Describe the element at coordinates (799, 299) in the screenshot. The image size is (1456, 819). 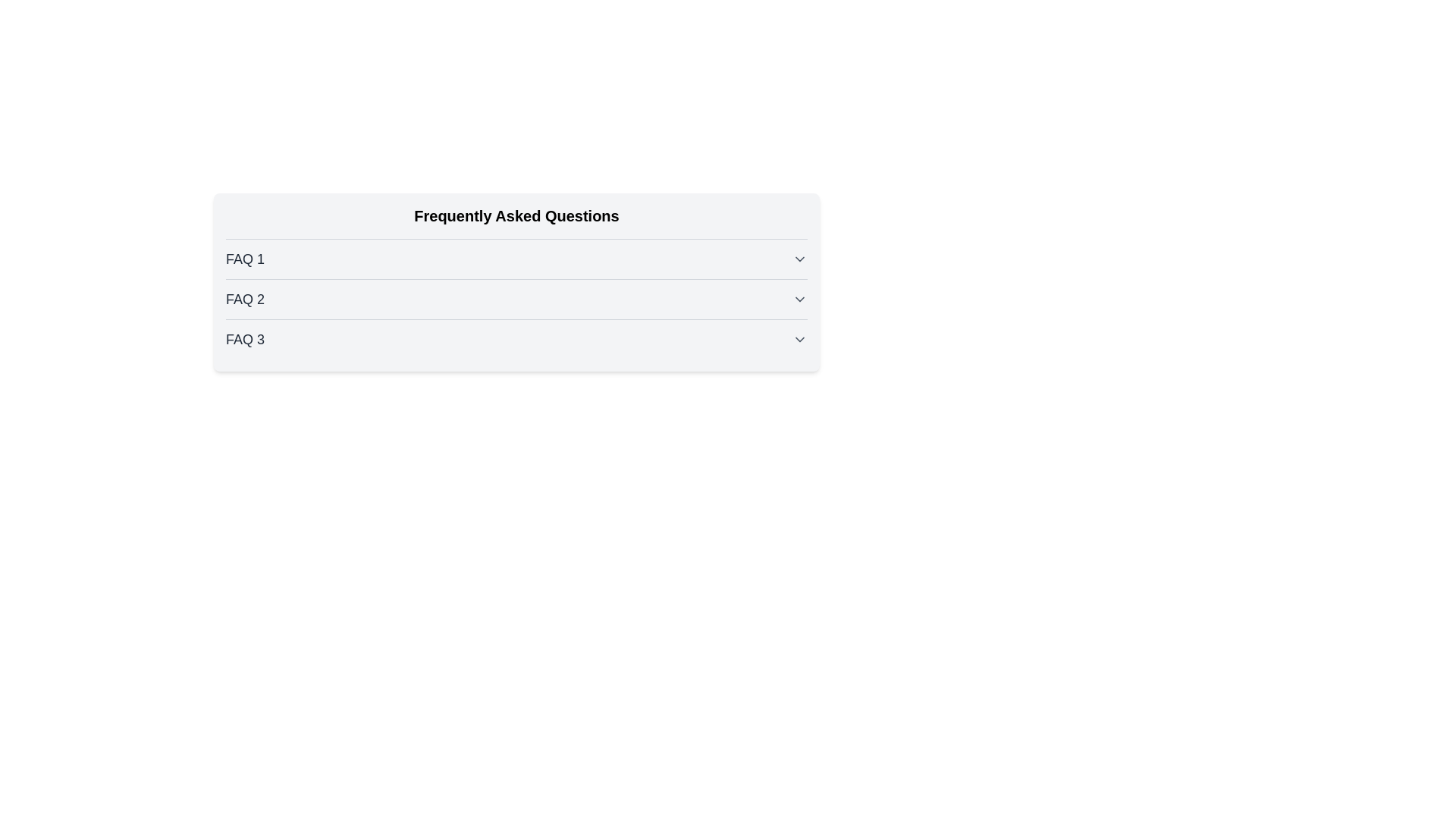
I see `the gray chevron-down icon located at the right end of the 'FAQ 2' row` at that location.